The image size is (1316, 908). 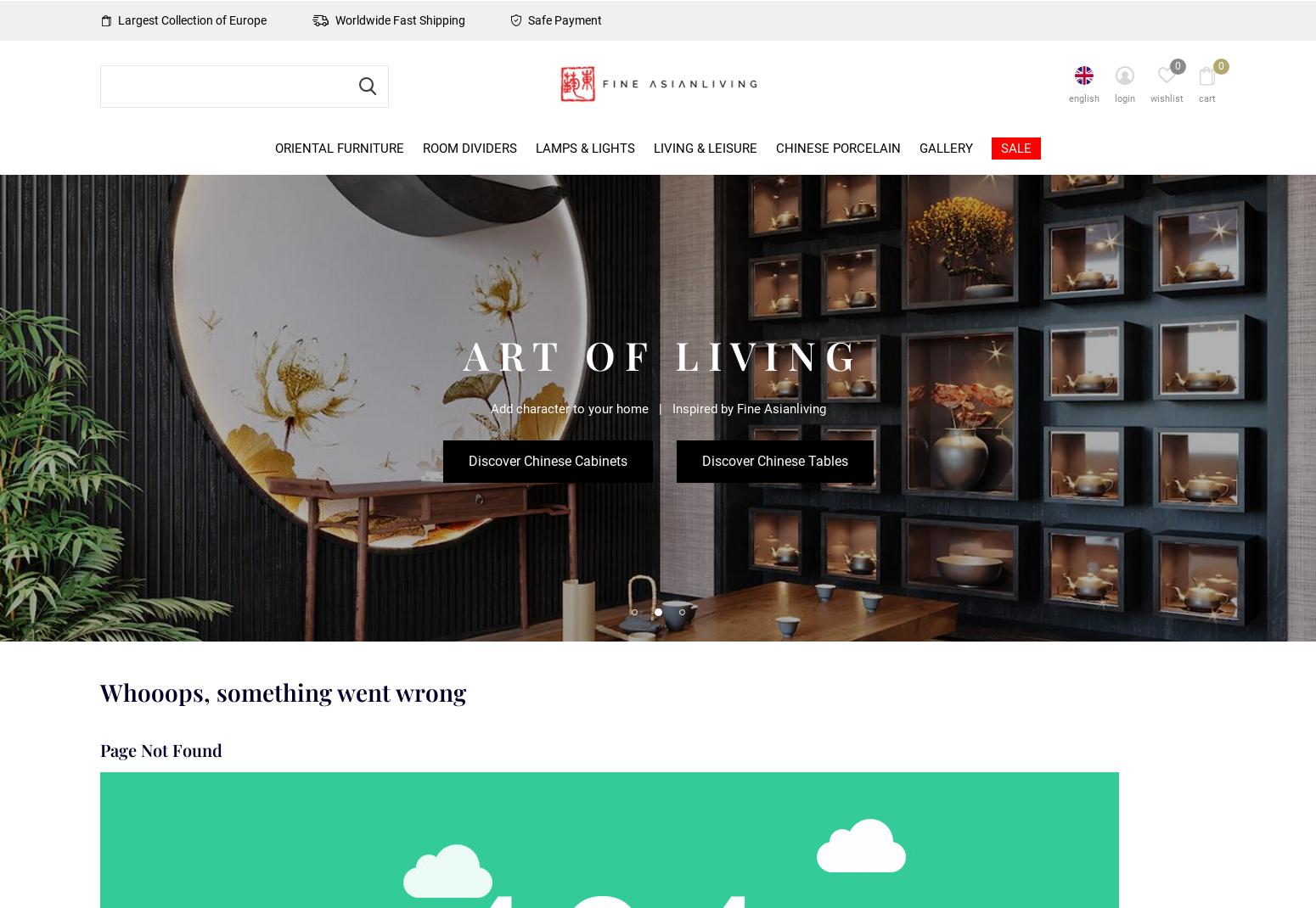 I want to click on 'Page Not Found', so click(x=160, y=749).